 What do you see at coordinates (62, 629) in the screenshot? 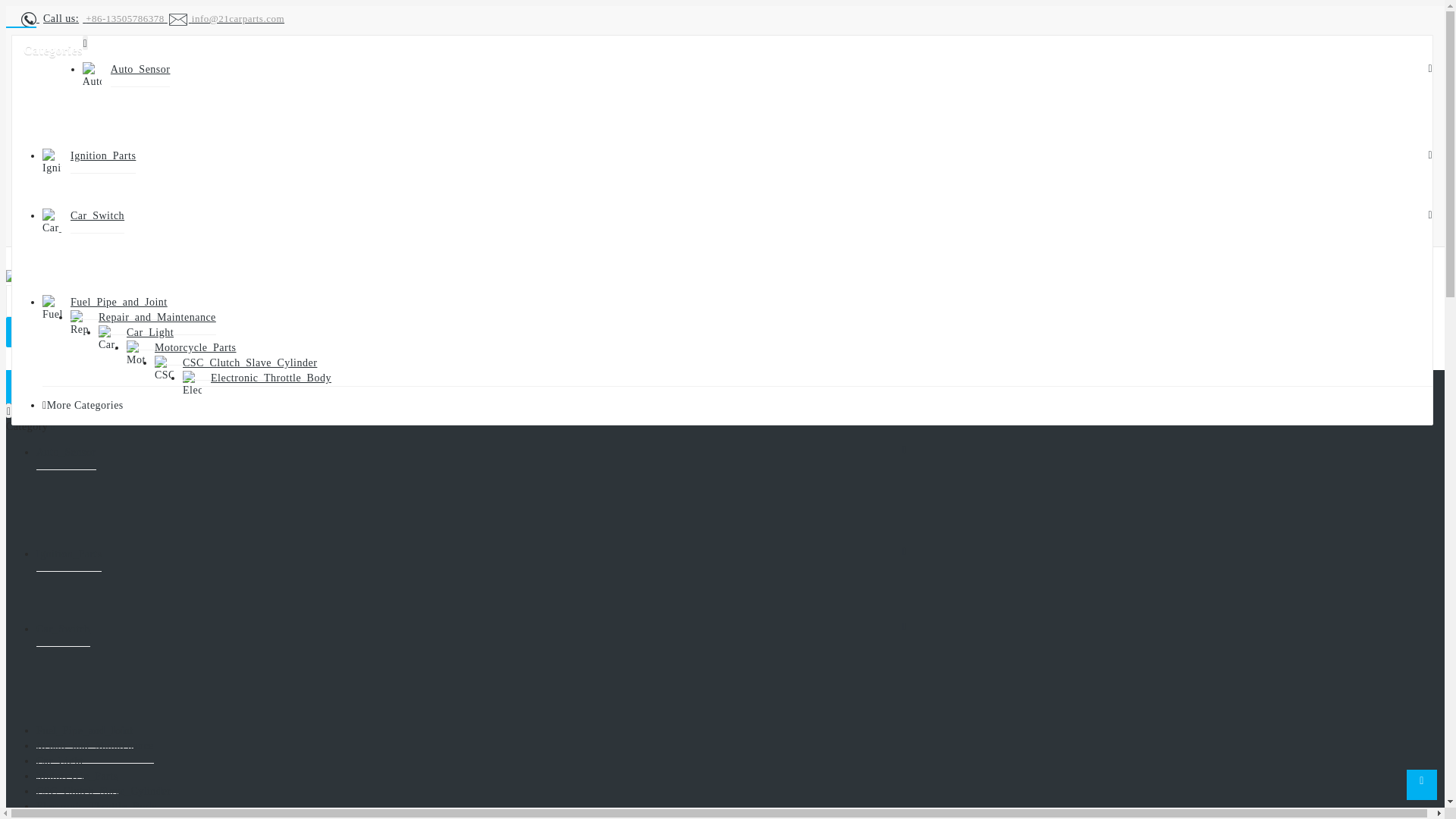
I see `'Car_Switch'` at bounding box center [62, 629].